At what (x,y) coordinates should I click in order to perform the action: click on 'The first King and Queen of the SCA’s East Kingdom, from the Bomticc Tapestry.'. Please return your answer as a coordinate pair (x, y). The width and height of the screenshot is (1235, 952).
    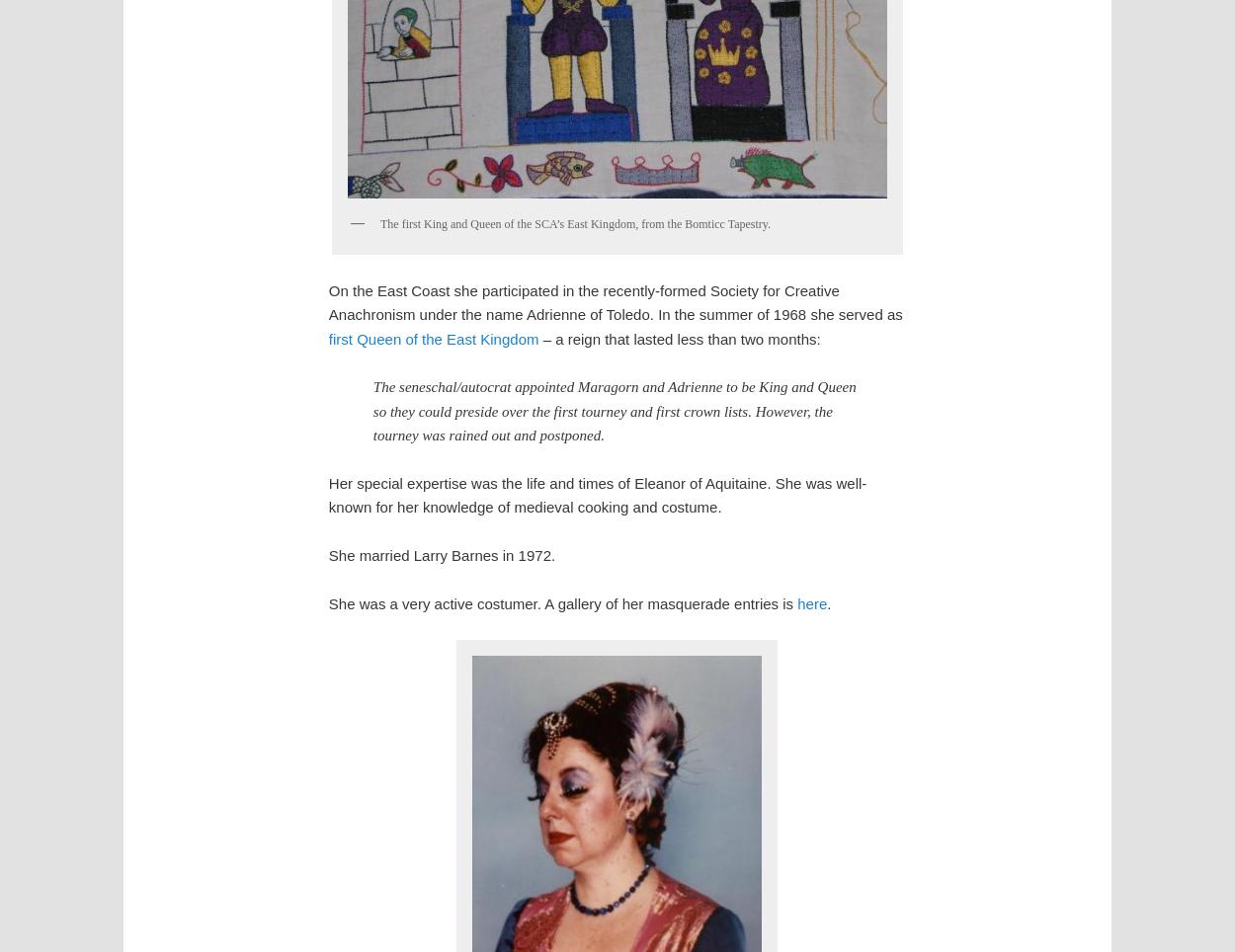
    Looking at the image, I should click on (574, 222).